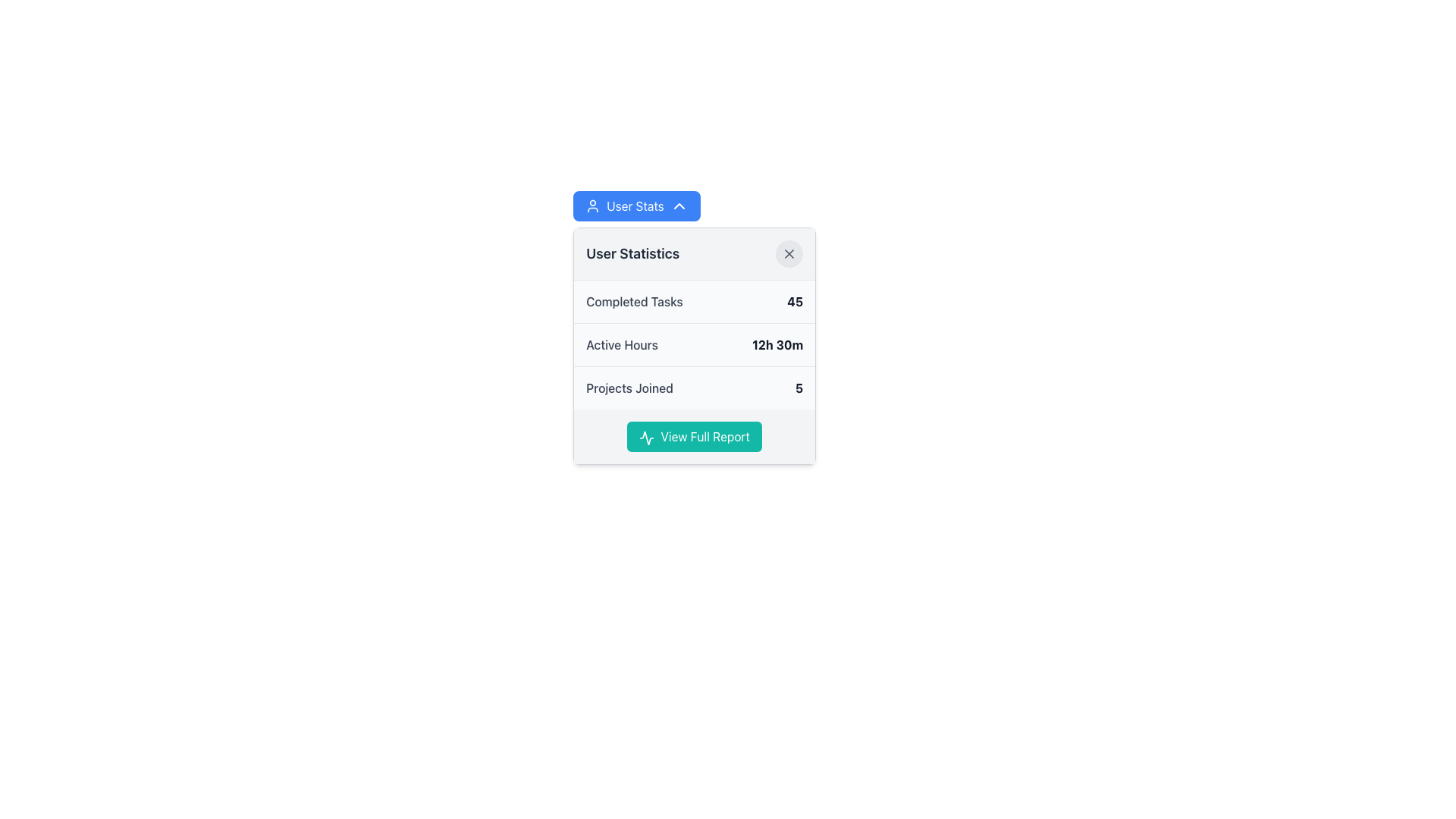  I want to click on the static text label displaying the count of completed tasks, located in the User Statistics card adjacent to the 'Completed Tasks' label, so click(794, 301).